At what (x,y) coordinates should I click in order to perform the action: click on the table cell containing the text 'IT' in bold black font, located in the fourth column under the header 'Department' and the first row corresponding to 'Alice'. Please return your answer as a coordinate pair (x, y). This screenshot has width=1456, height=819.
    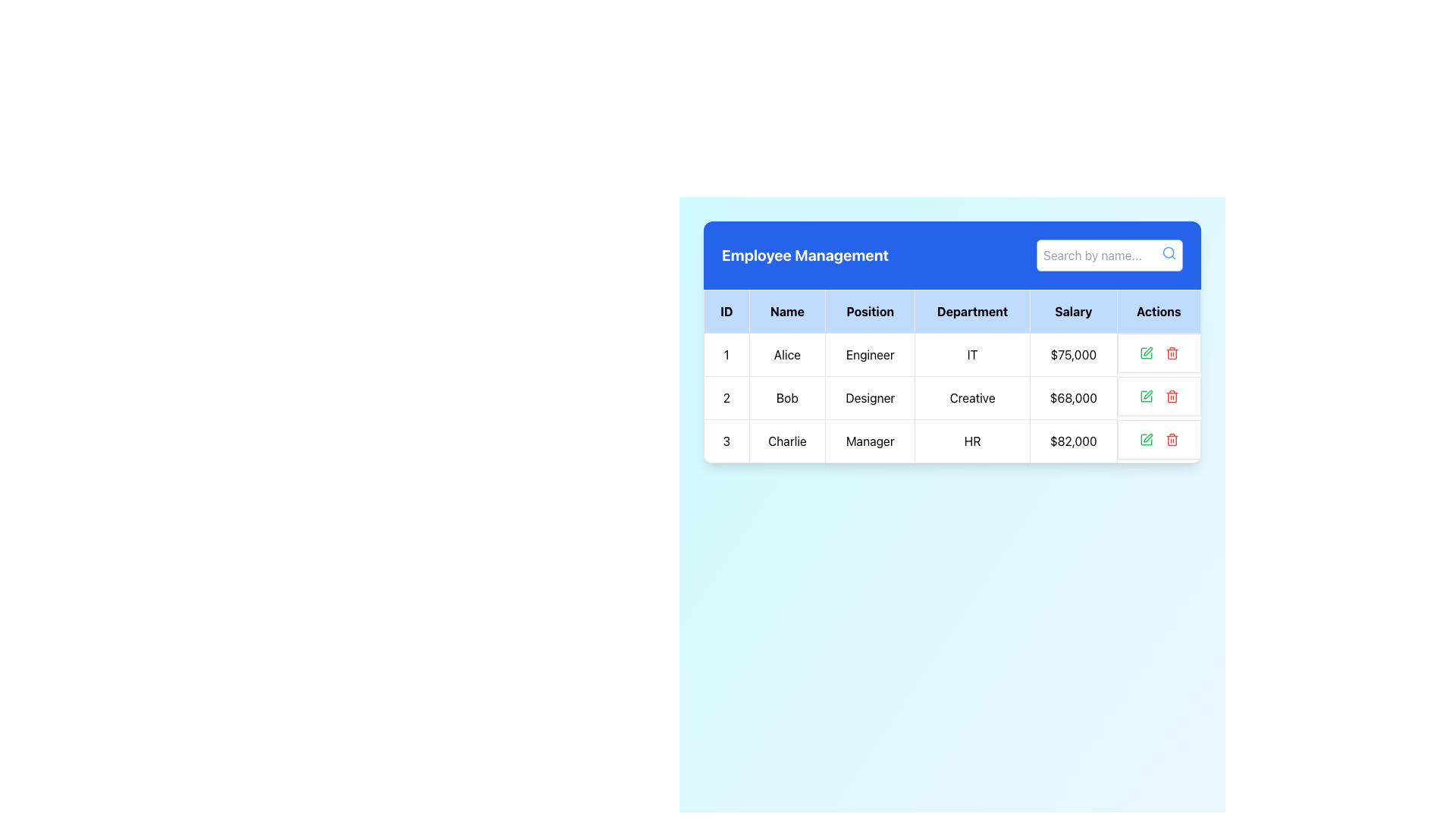
    Looking at the image, I should click on (972, 354).